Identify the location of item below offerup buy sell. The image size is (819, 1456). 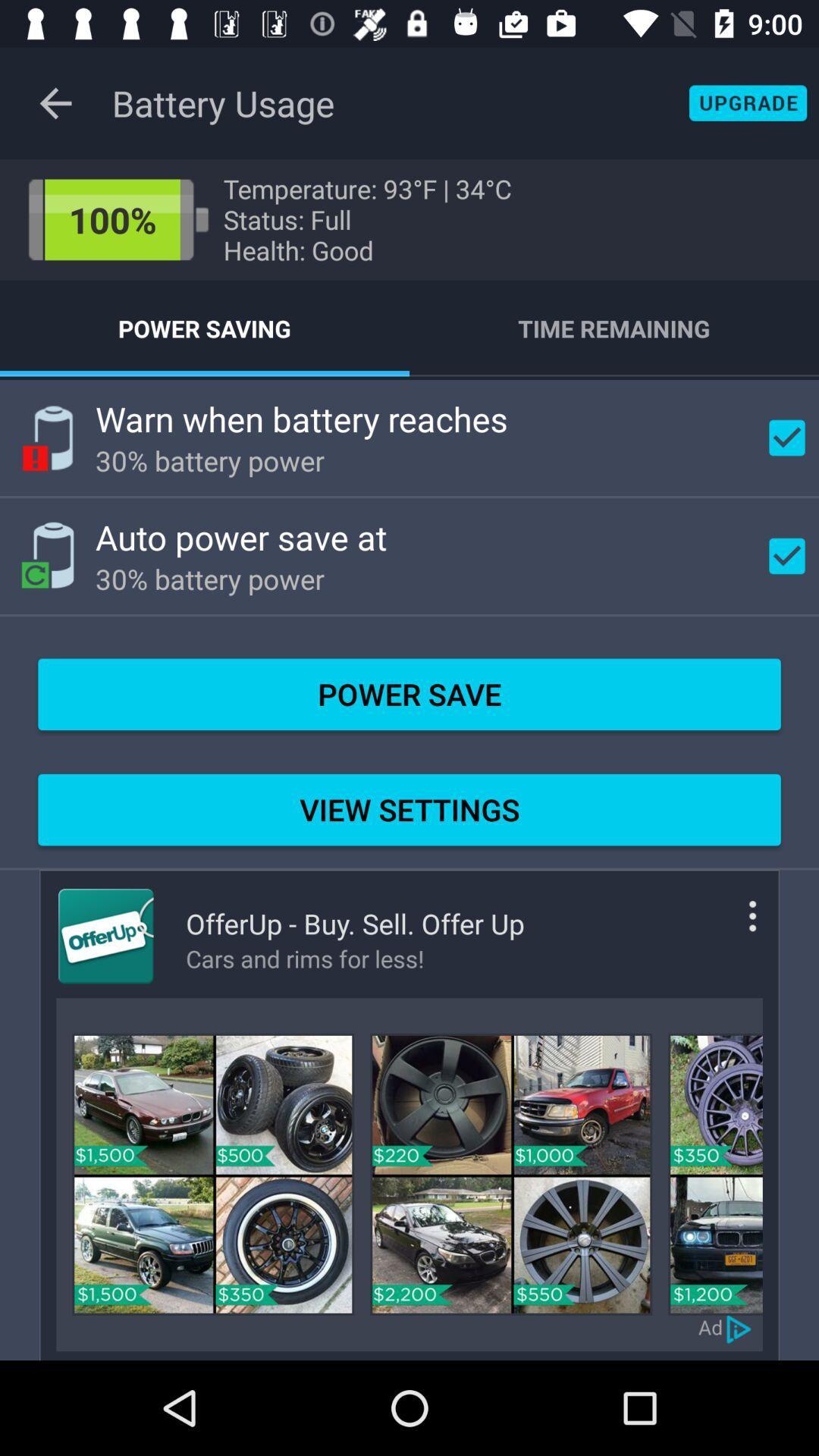
(355, 958).